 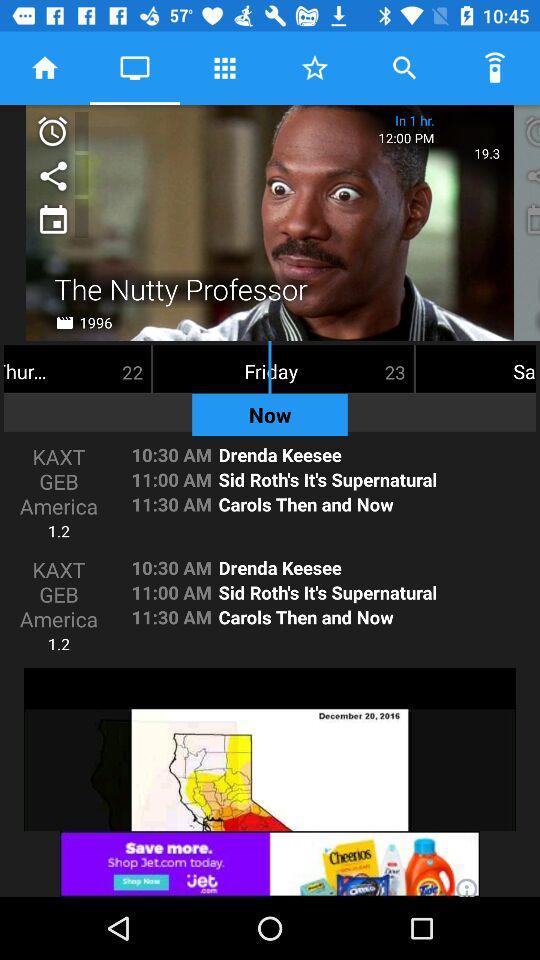 I want to click on the time icon, so click(x=52, y=130).